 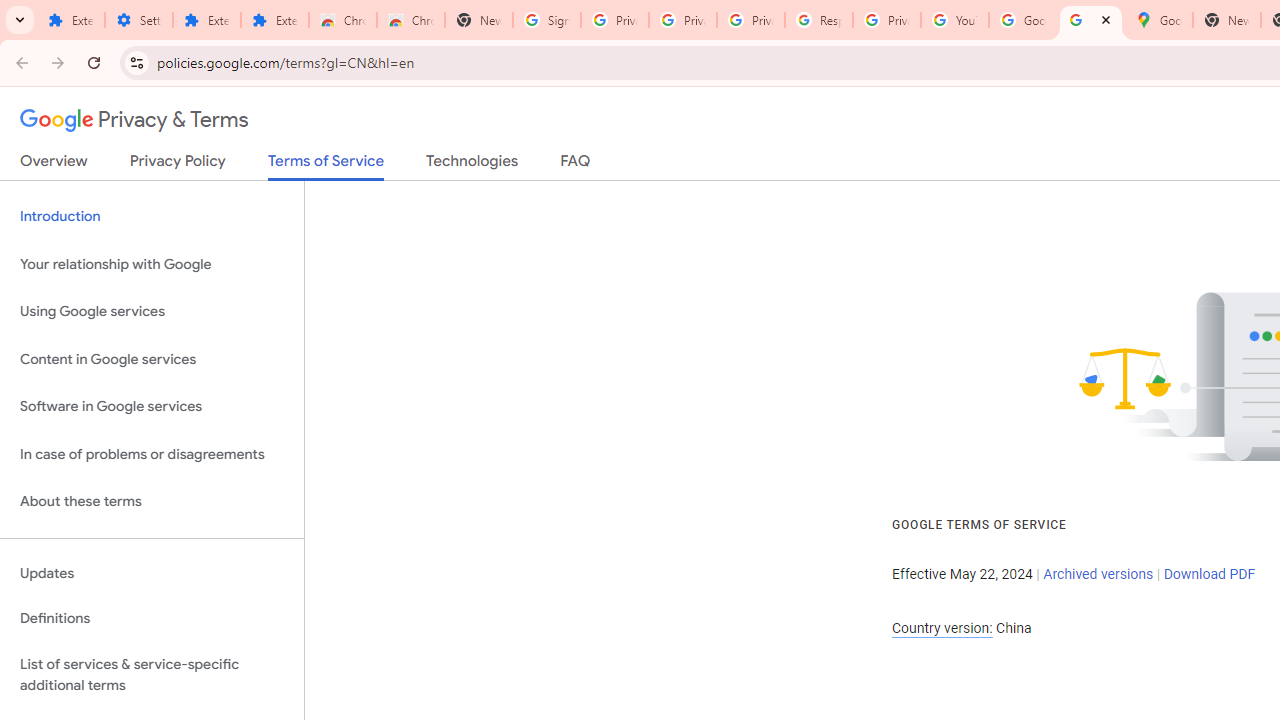 What do you see at coordinates (151, 263) in the screenshot?
I see `'Your relationship with Google'` at bounding box center [151, 263].